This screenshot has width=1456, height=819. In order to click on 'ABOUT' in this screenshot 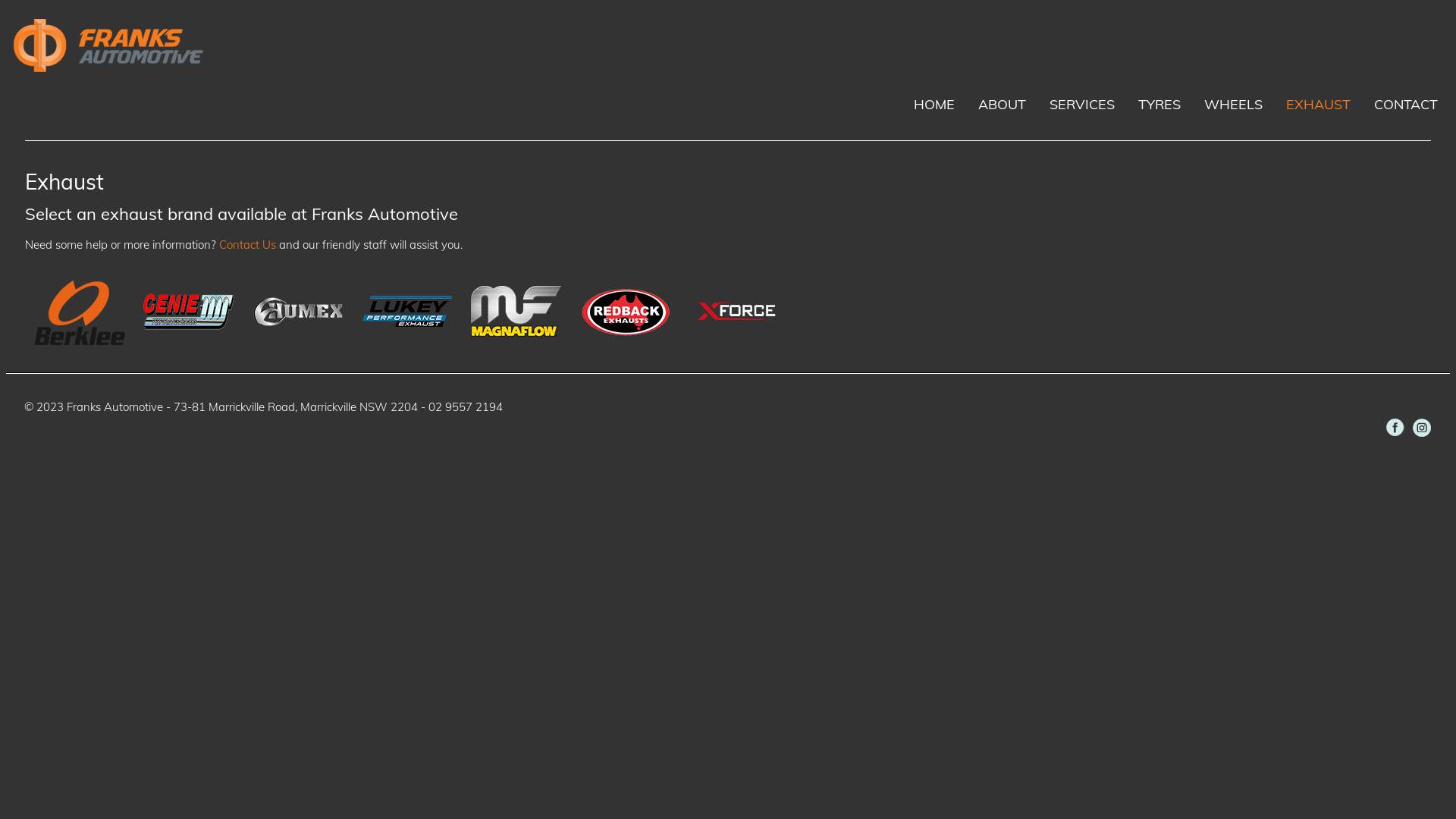, I will do `click(974, 103)`.